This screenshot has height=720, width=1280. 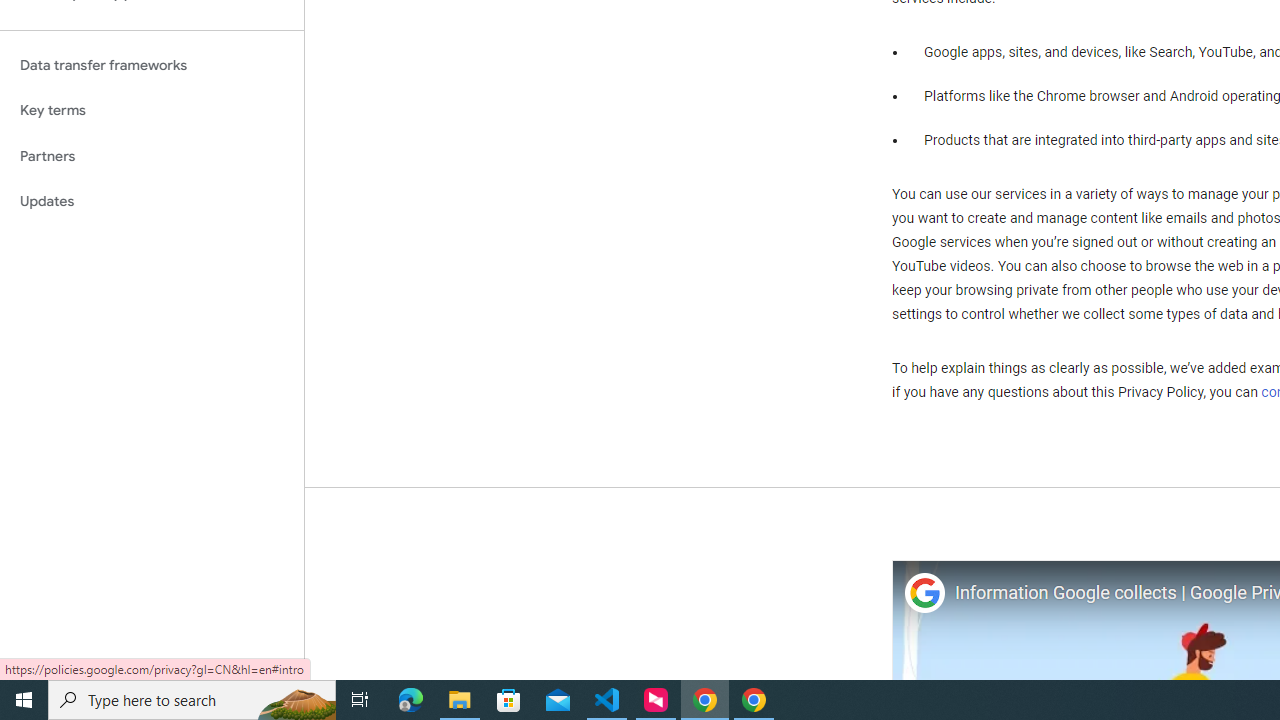 I want to click on 'Partners', so click(x=151, y=155).